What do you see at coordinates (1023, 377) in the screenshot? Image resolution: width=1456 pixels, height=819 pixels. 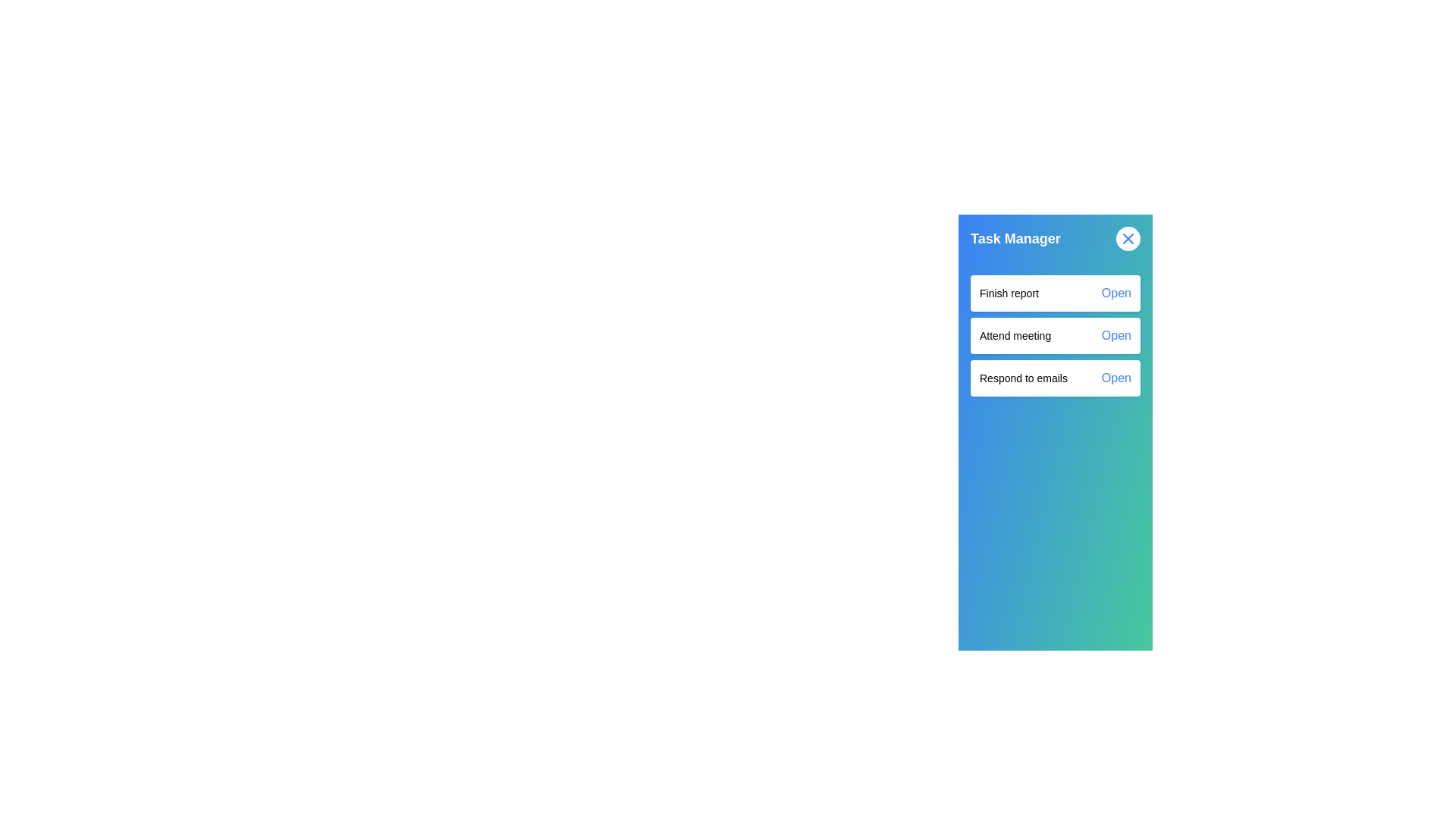 I see `the text label of the third task in the vertical list, which is displayed within a white card to the left of the 'Open' link` at bounding box center [1023, 377].